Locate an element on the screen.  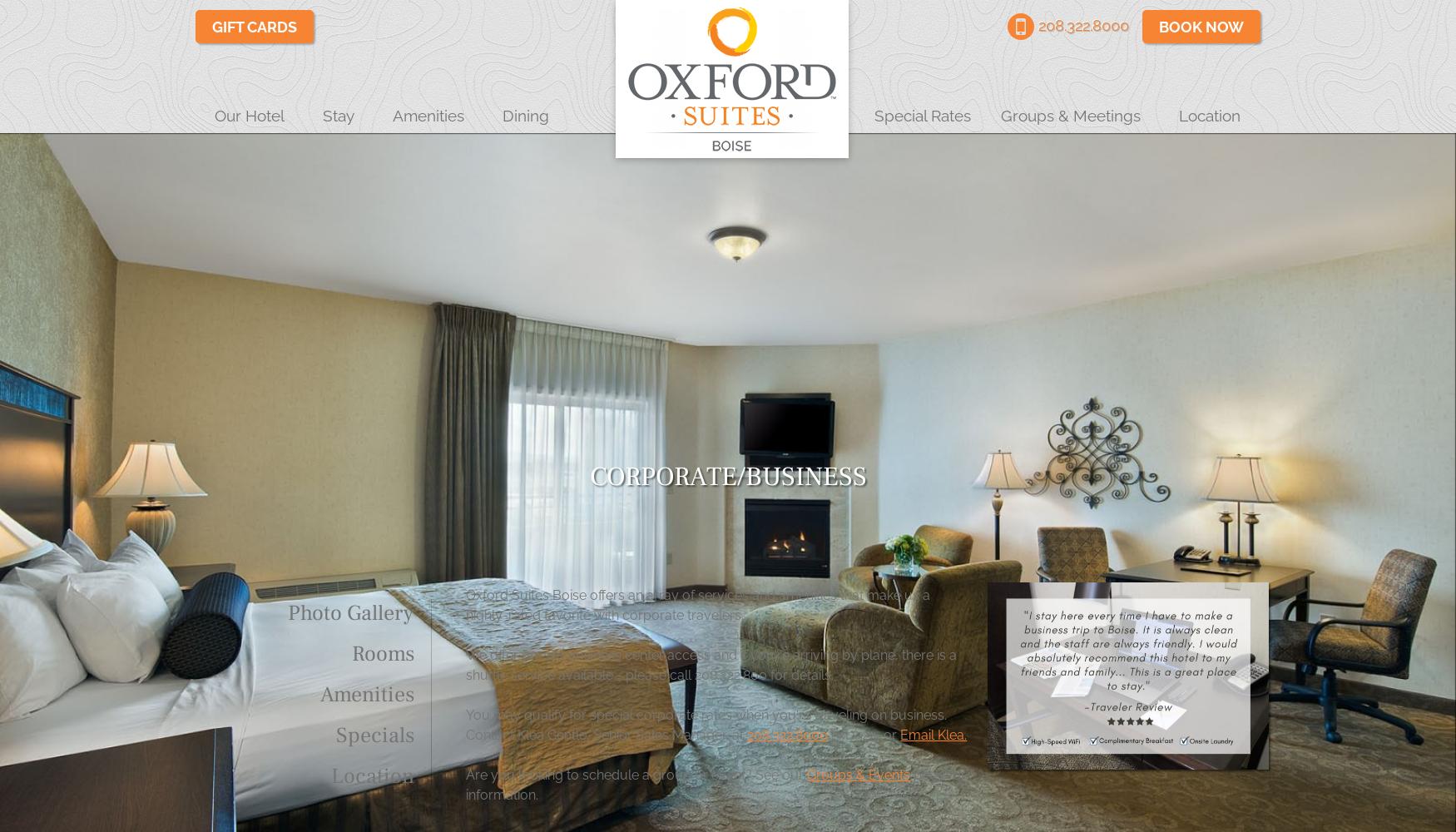
'Book Now' is located at coordinates (1201, 27).